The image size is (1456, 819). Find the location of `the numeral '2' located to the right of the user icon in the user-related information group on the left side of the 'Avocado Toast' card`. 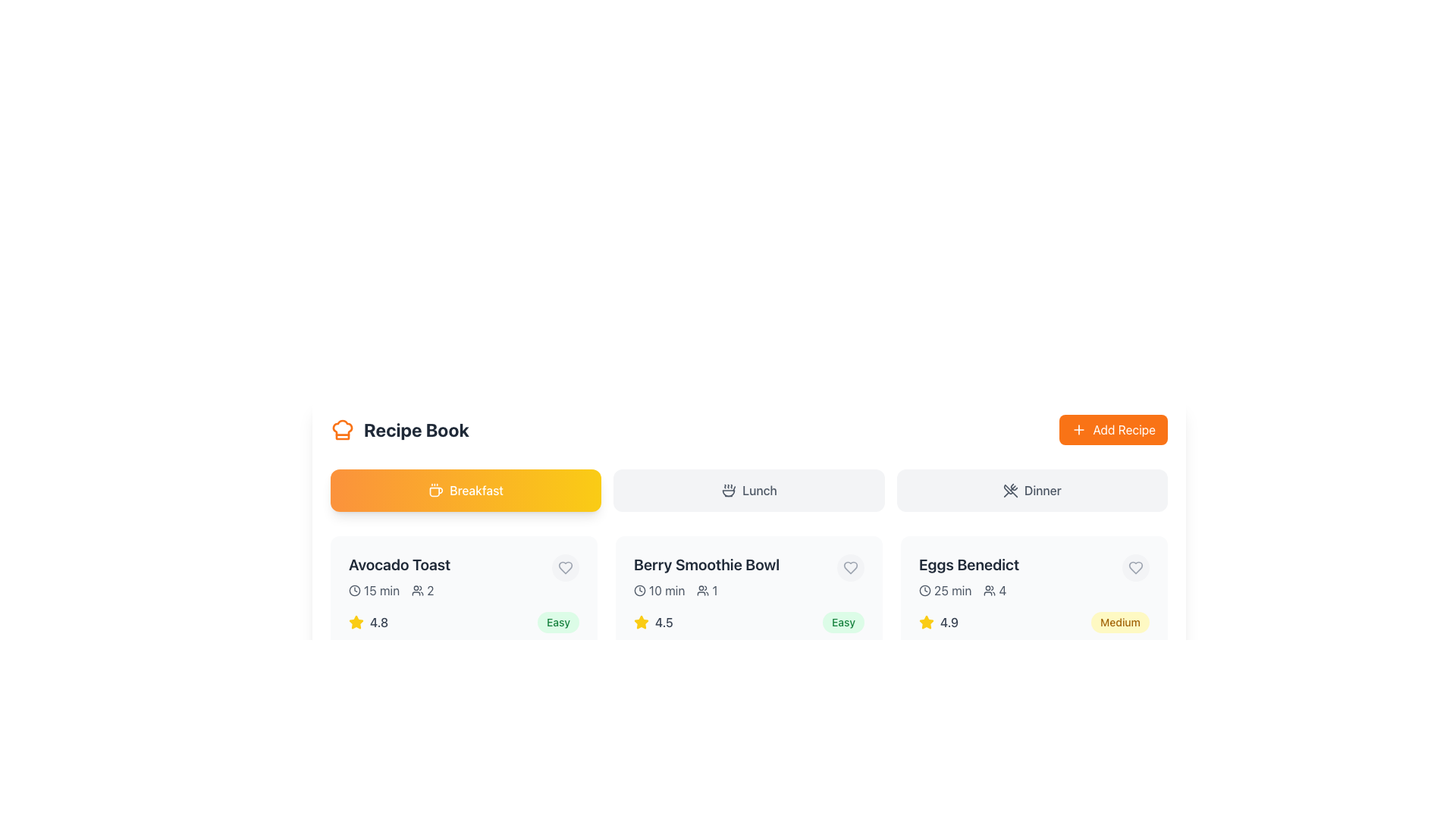

the numeral '2' located to the right of the user icon in the user-related information group on the left side of the 'Avocado Toast' card is located at coordinates (429, 590).